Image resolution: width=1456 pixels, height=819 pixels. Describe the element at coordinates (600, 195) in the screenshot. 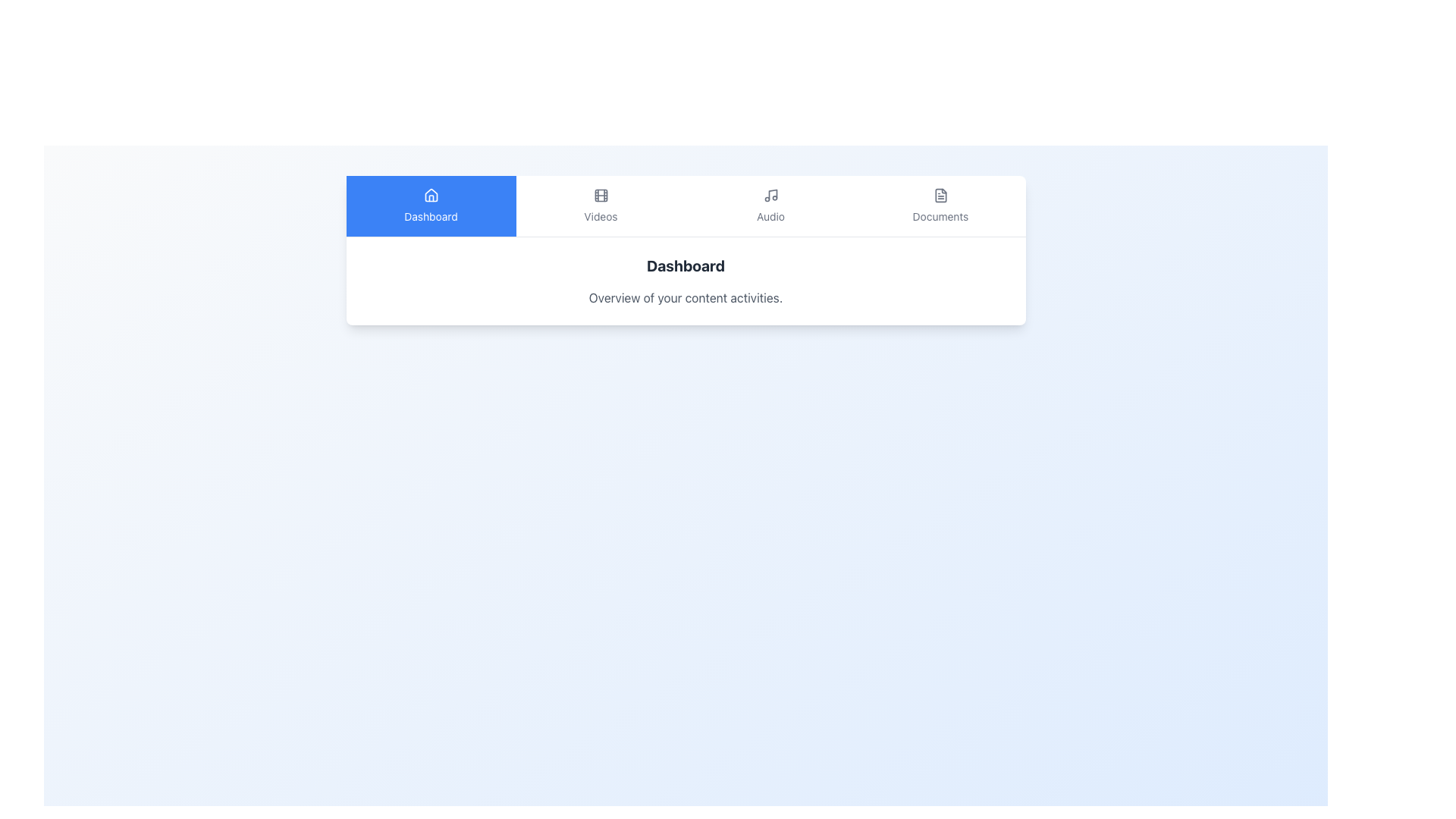

I see `the 'Videos' icon located in the navigation bar, which is positioned second from the left, between the 'Dashboard' and 'Audio' sections, for any aesthetic or functional cues` at that location.